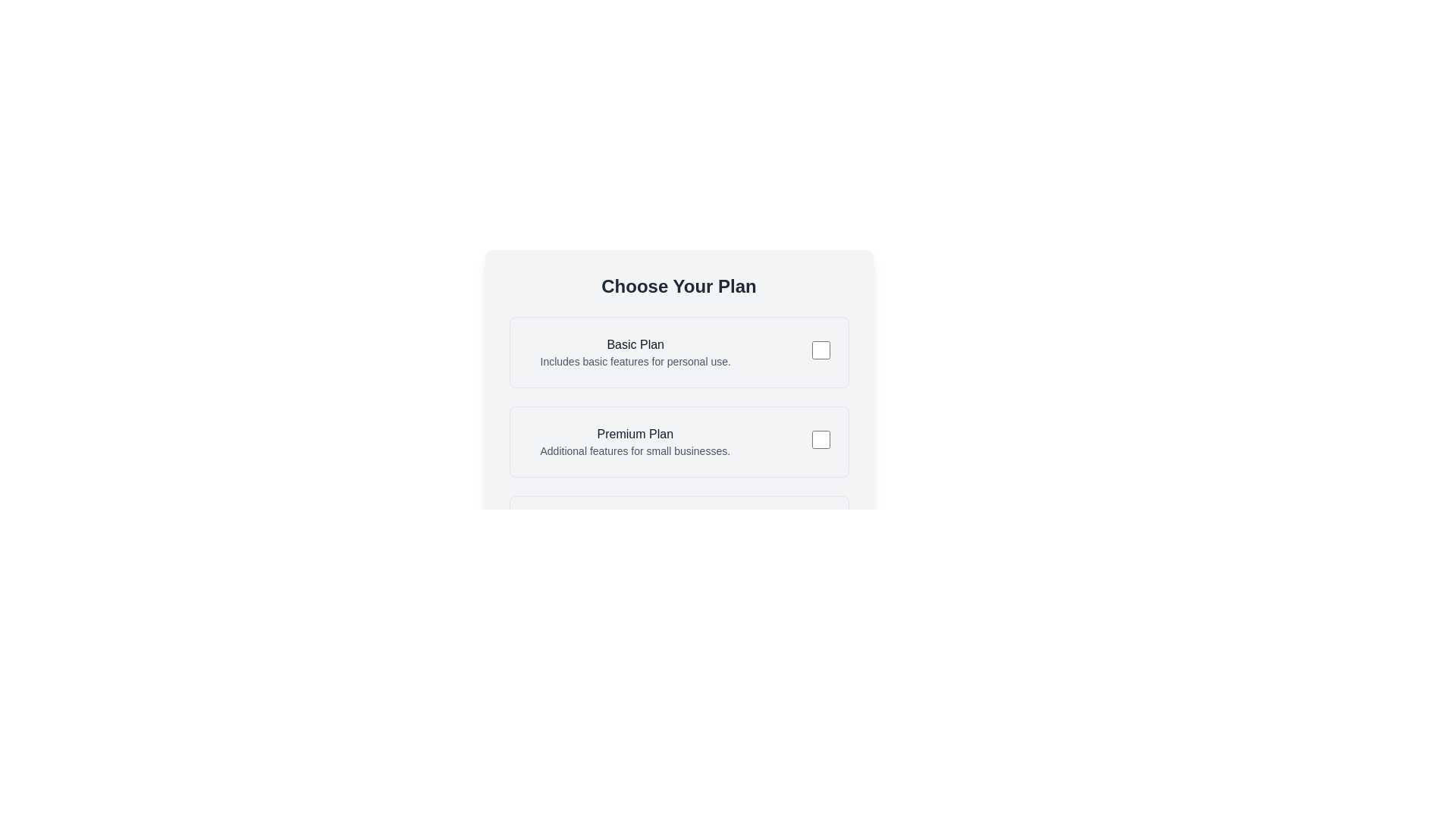 This screenshot has height=819, width=1456. I want to click on to select the checkbox with an indigo border and light background located to the right of the text 'Premium Plan' in the 'Choose Your Plan' interface, so click(820, 441).